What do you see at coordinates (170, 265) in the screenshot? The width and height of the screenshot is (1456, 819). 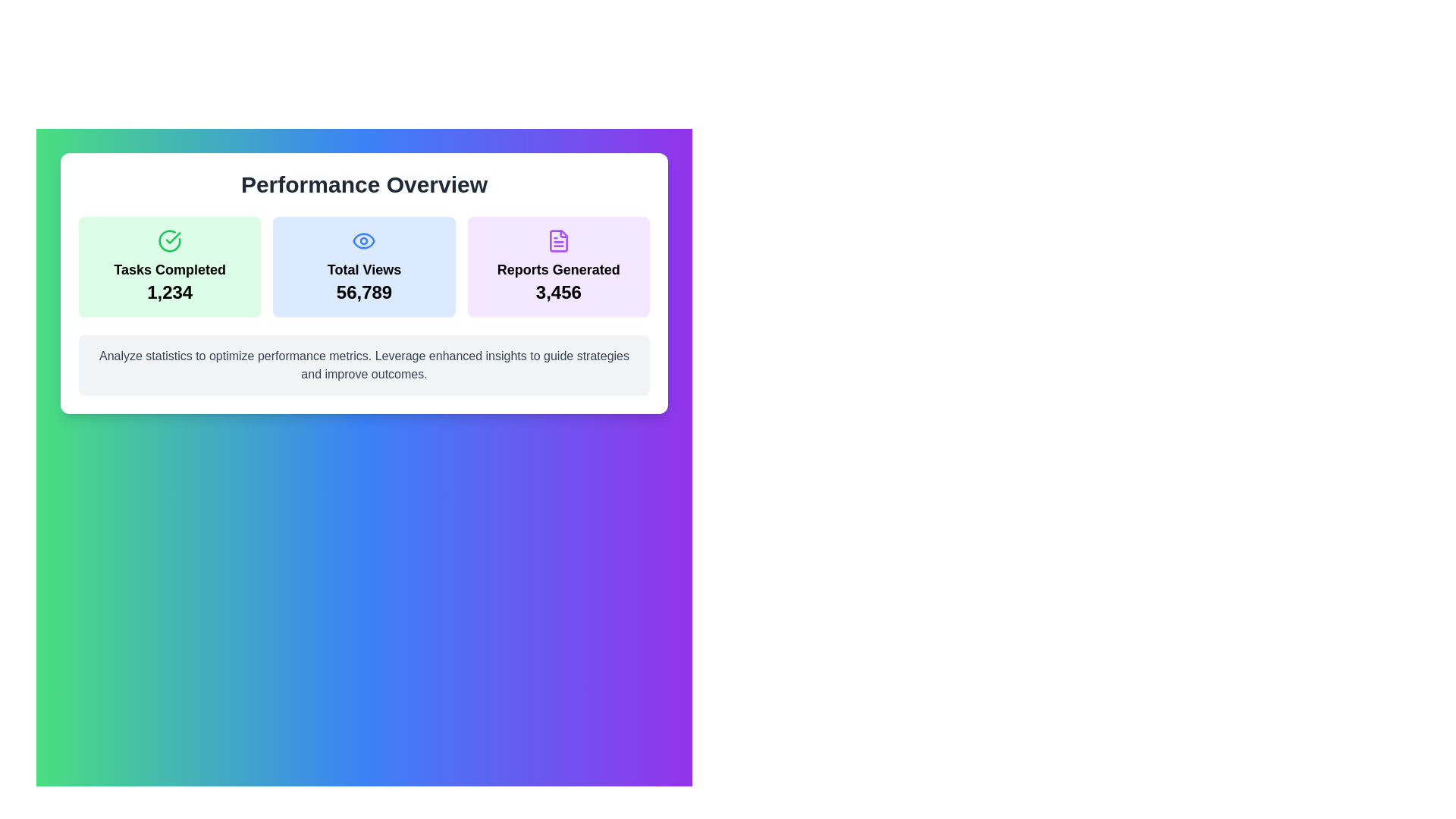 I see `displayed text on the Information summary card that shows the count of tasks completed, which is the first card in the first column of a grid layout` at bounding box center [170, 265].